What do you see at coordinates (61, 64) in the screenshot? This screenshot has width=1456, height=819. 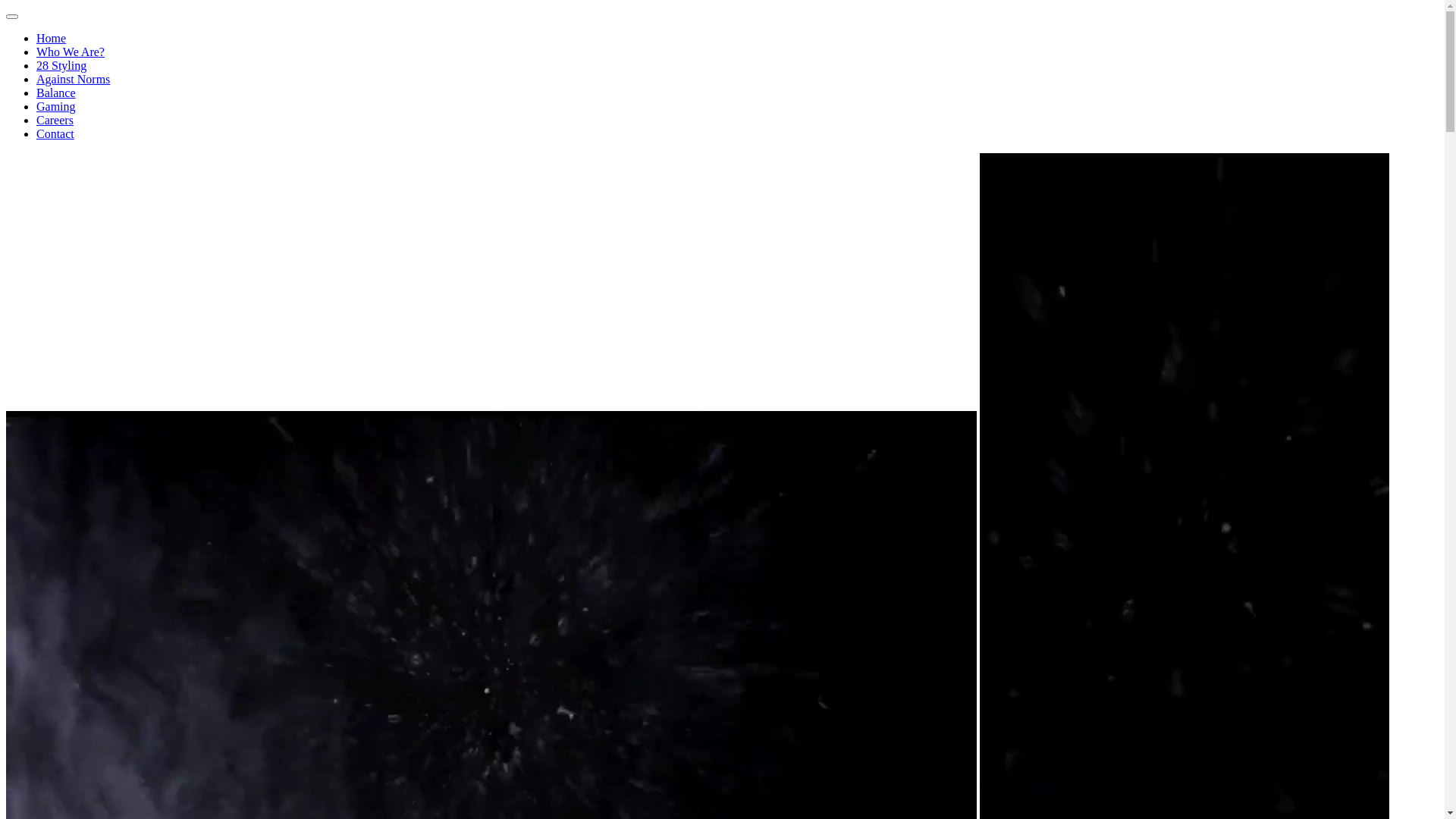 I see `'28 Styling'` at bounding box center [61, 64].